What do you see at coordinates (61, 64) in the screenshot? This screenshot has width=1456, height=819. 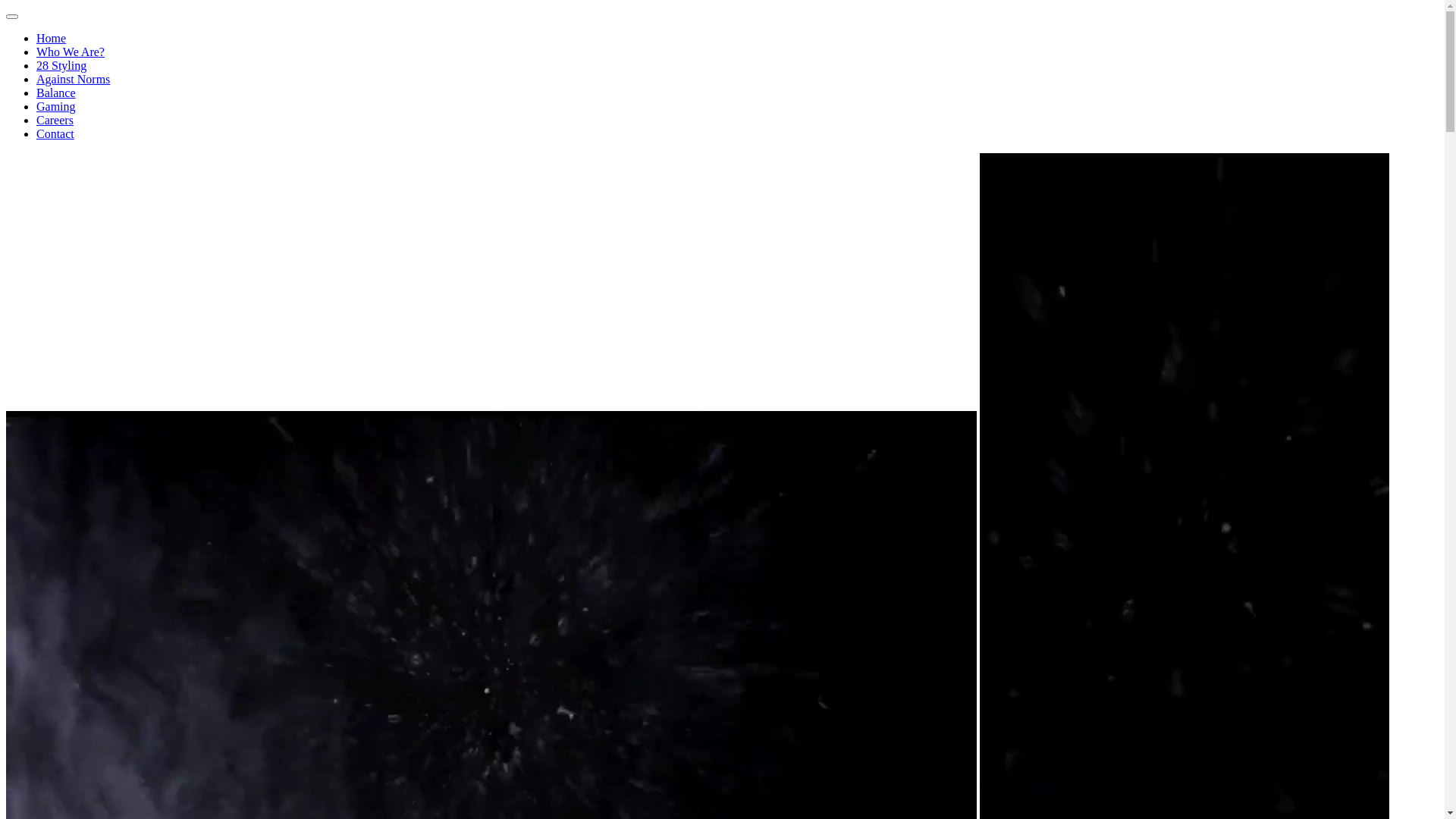 I see `'28 Styling'` at bounding box center [61, 64].